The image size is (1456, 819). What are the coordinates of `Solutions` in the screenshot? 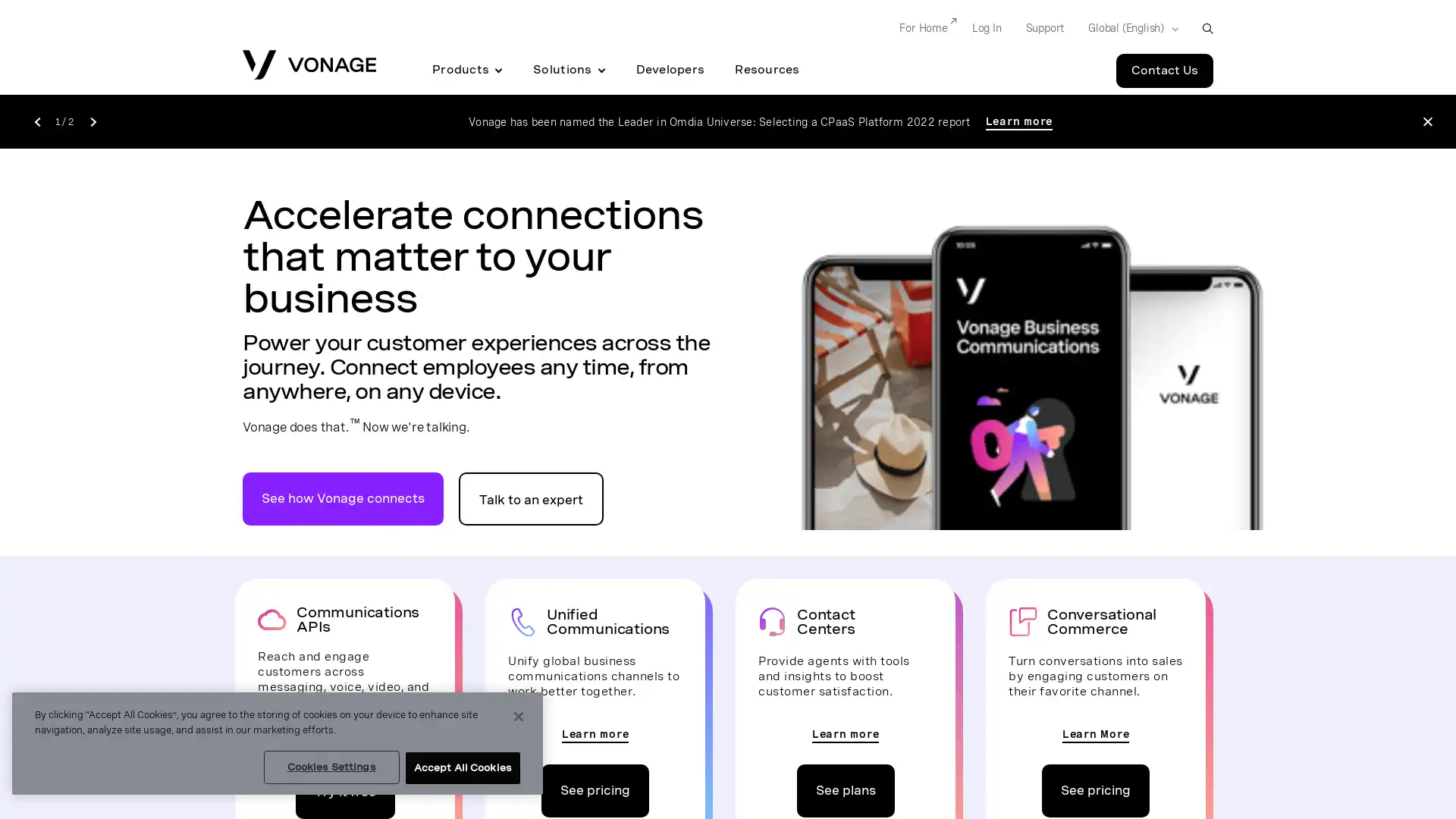 It's located at (568, 70).